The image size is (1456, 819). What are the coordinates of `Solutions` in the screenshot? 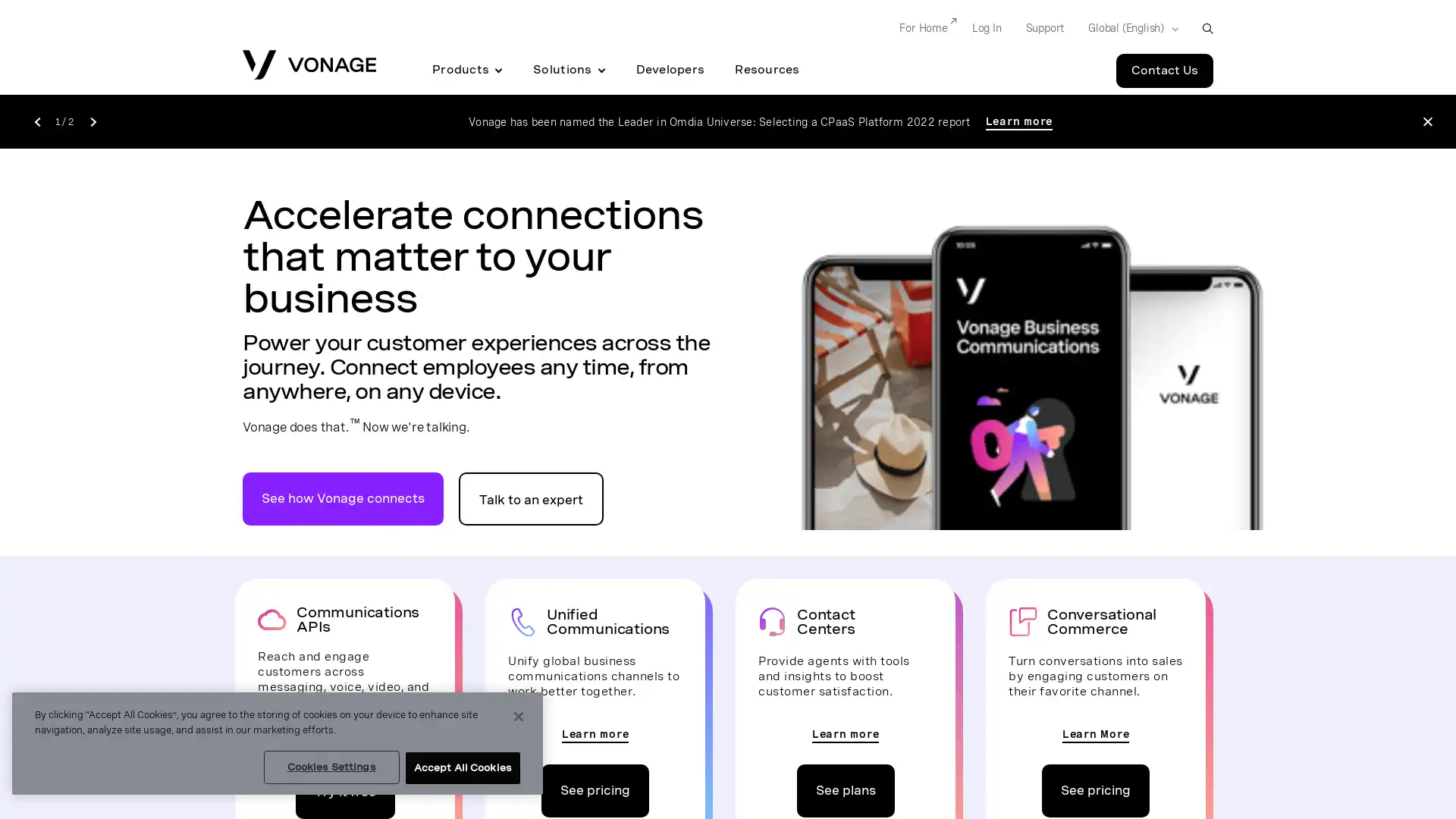 It's located at (568, 70).